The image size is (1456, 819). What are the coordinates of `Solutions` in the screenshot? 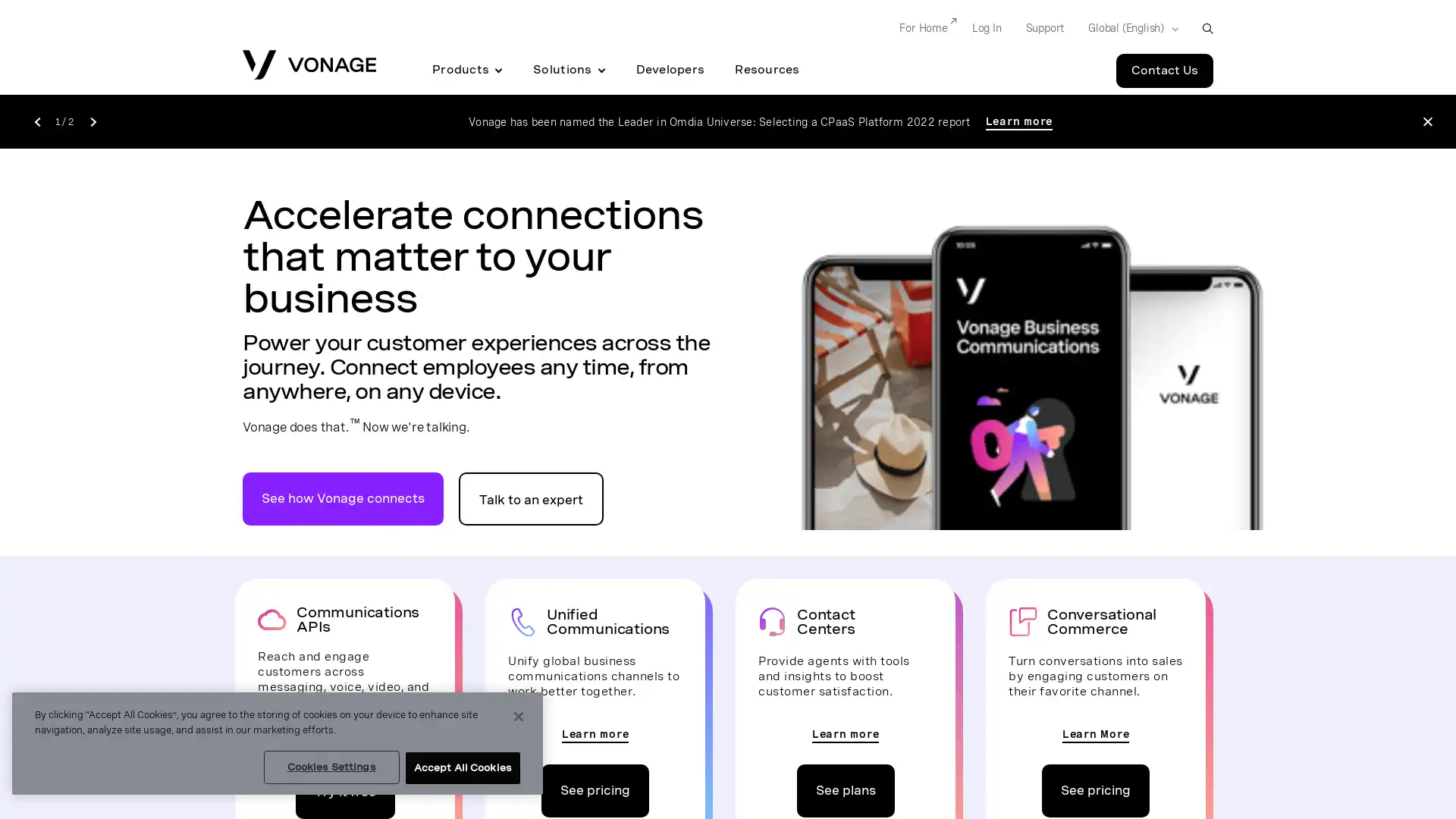 It's located at (568, 70).